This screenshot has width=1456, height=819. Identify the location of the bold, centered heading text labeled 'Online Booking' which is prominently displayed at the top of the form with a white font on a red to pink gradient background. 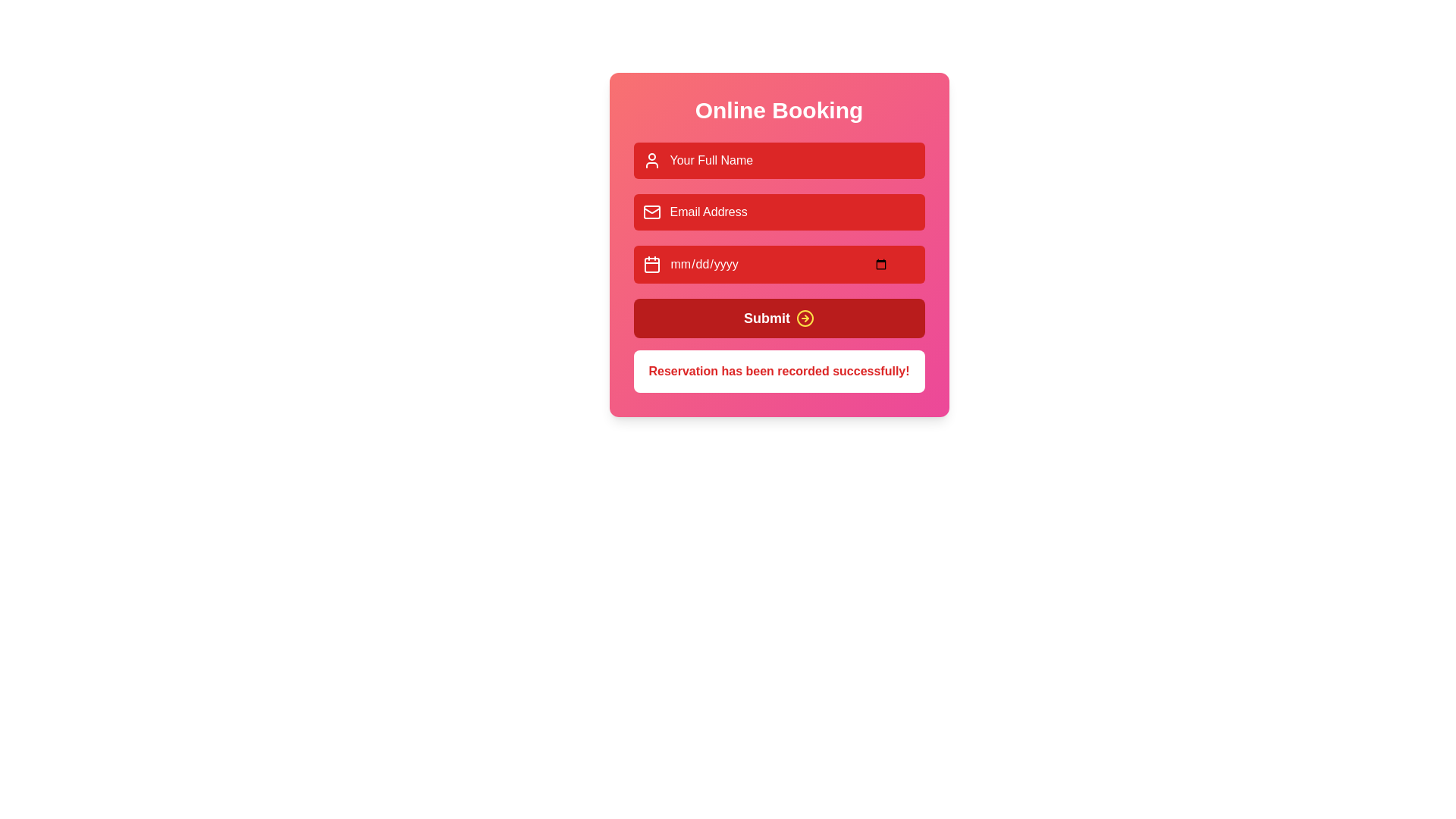
(779, 110).